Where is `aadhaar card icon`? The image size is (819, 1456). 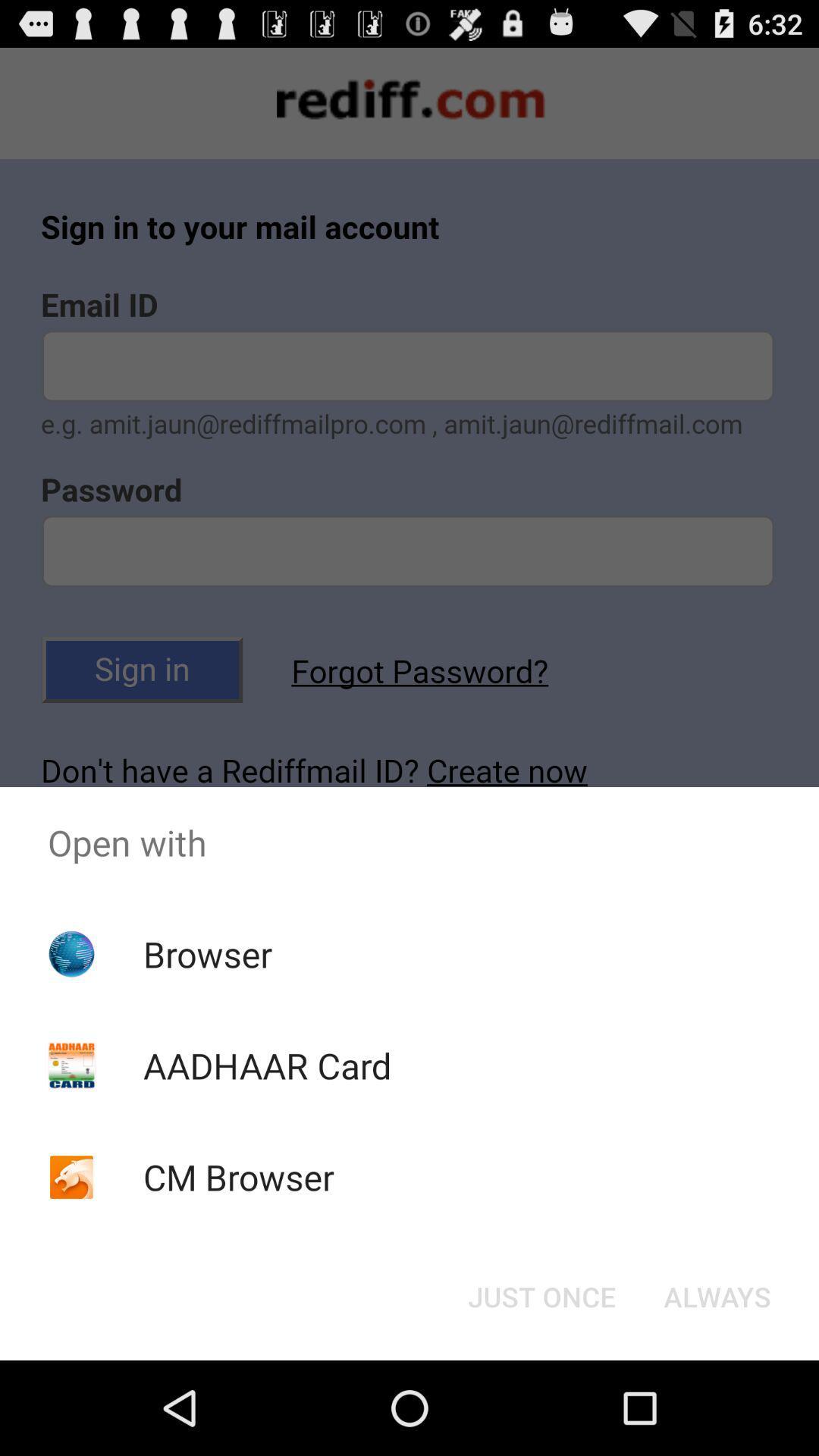
aadhaar card icon is located at coordinates (266, 1065).